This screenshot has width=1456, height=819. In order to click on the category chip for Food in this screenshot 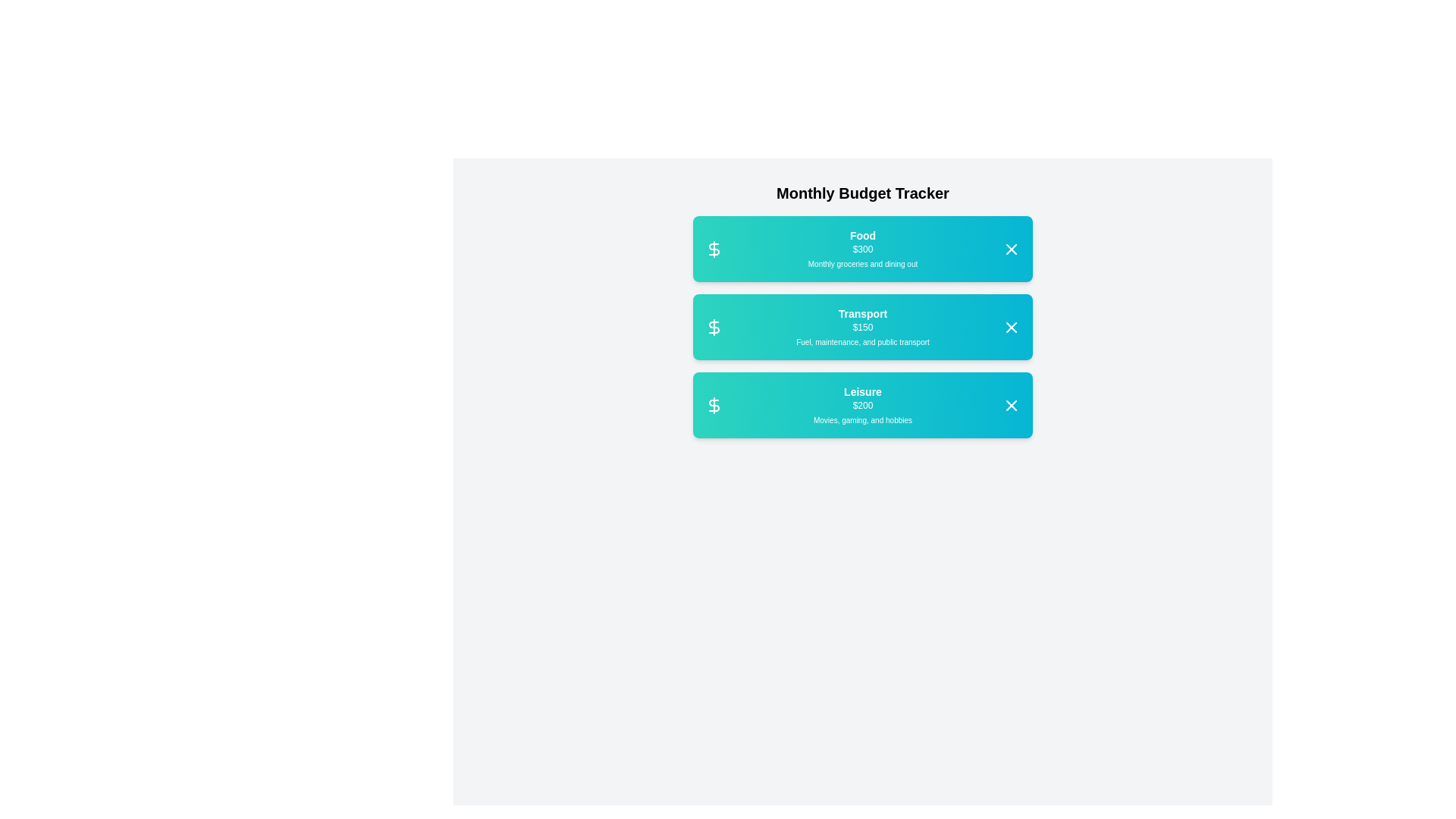, I will do `click(862, 247)`.